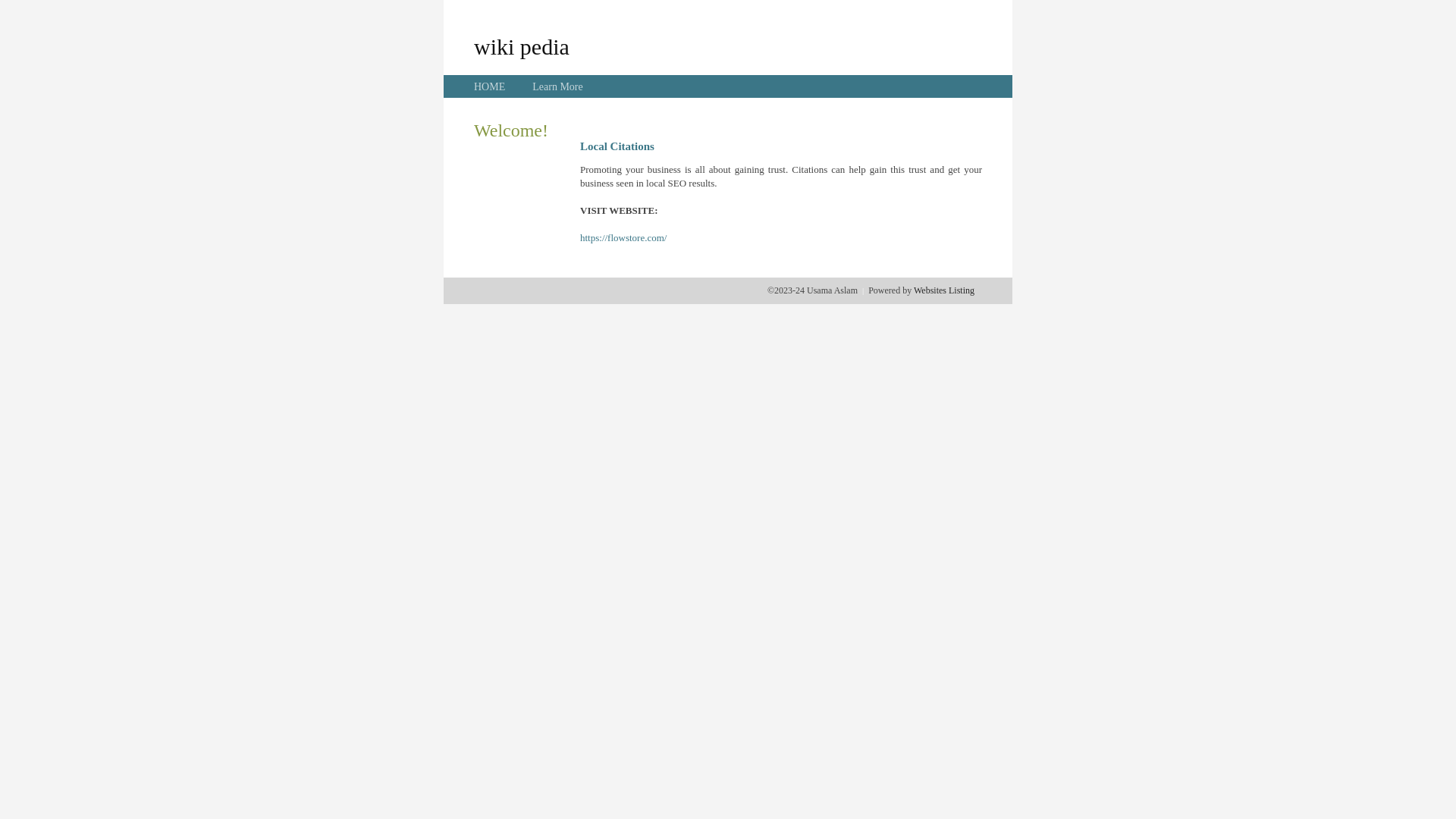 The image size is (1456, 819). Describe the element at coordinates (943, 290) in the screenshot. I see `'Websites Listing'` at that location.